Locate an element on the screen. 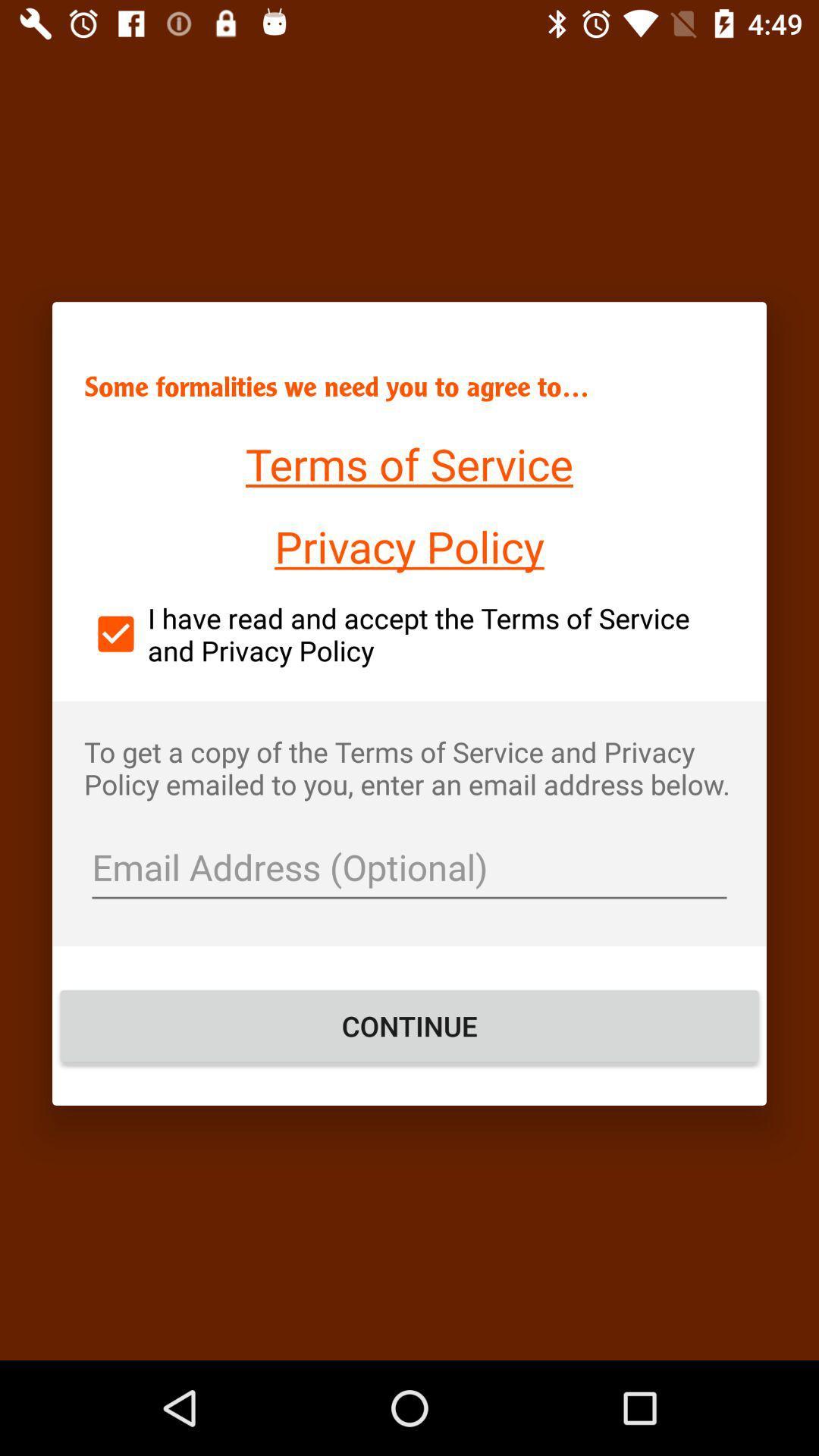 The height and width of the screenshot is (1456, 819). the item at the bottom is located at coordinates (409, 1026).